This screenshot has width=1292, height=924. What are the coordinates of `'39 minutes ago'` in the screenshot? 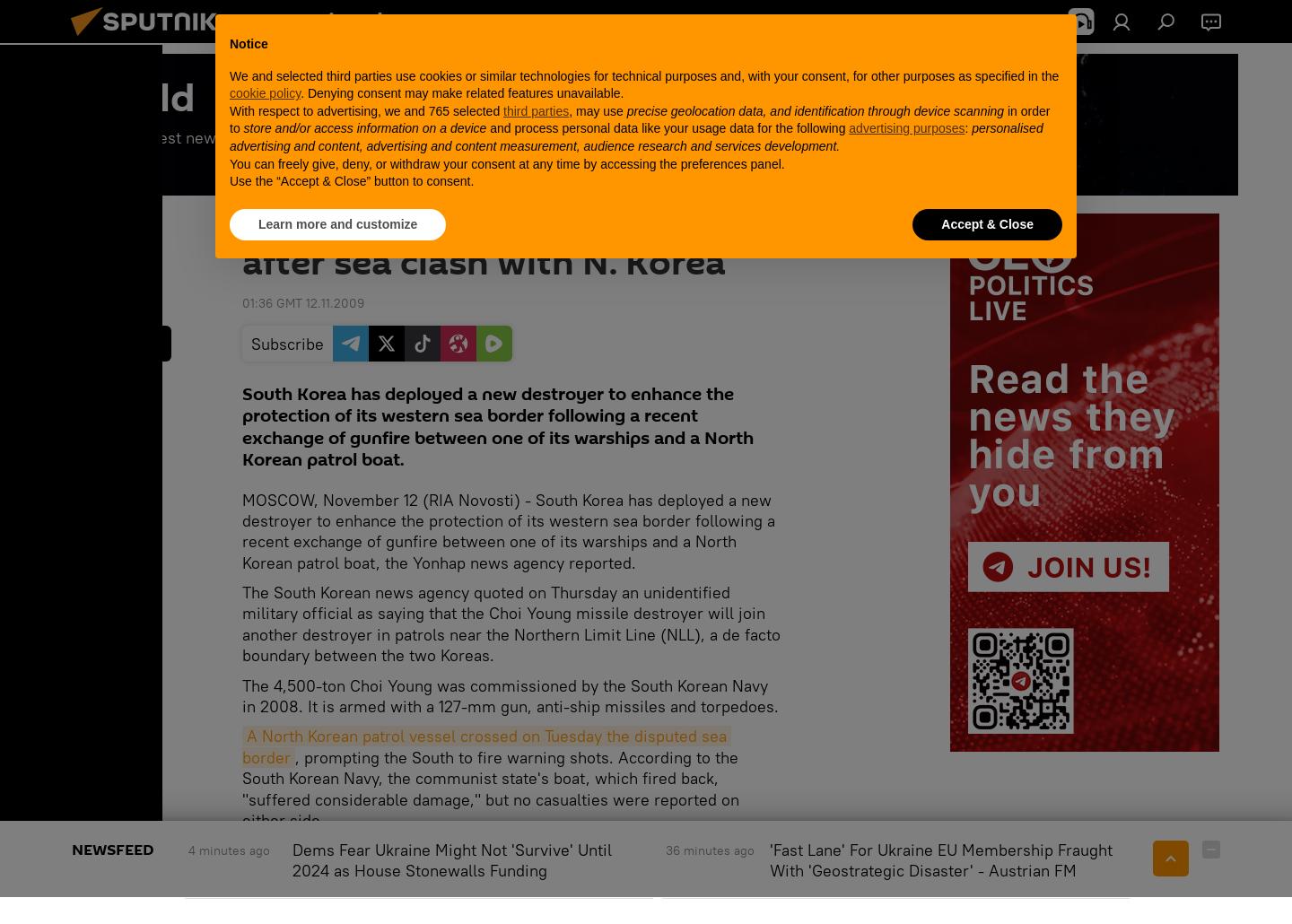 It's located at (1141, 850).